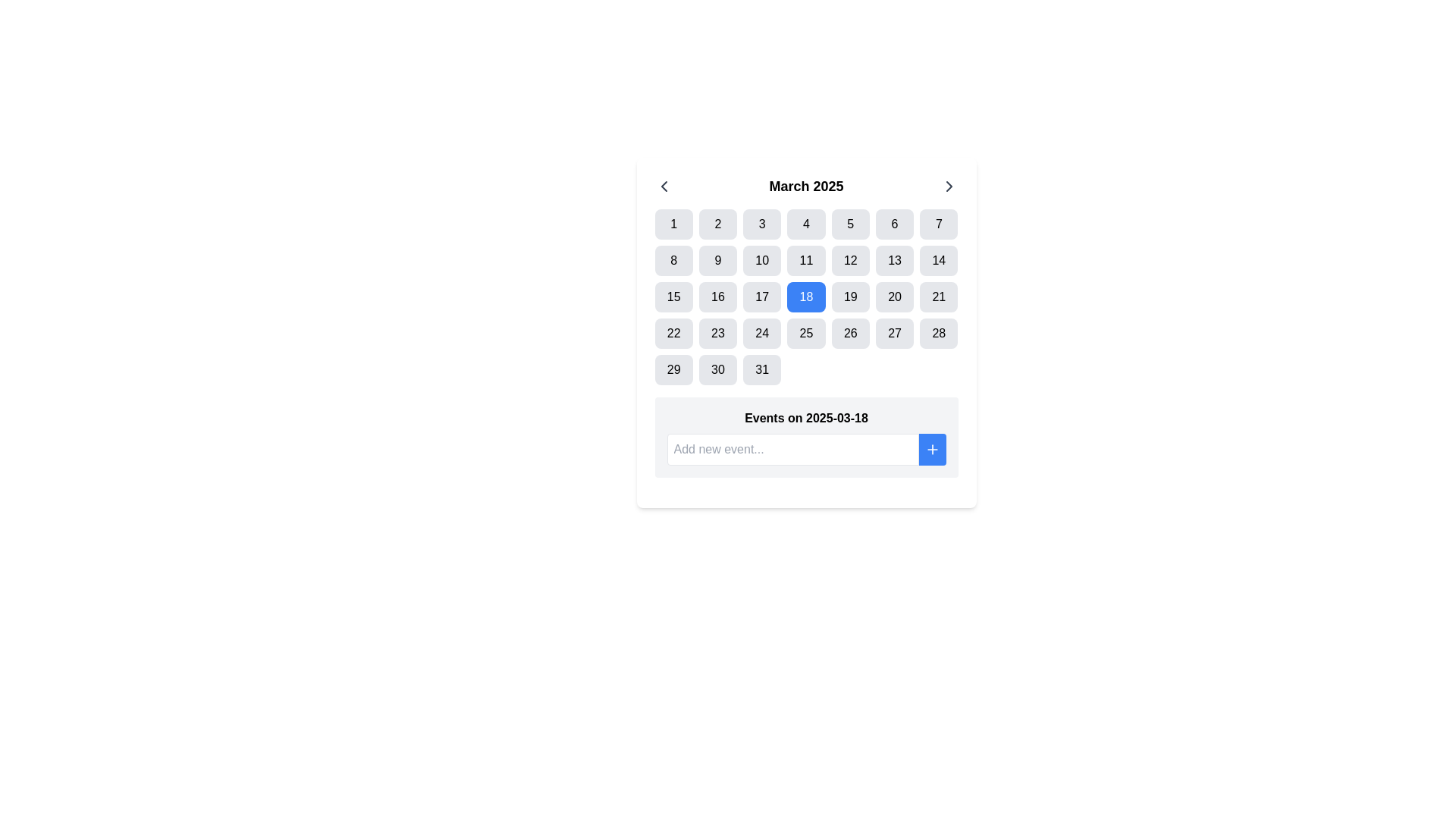  Describe the element at coordinates (938, 332) in the screenshot. I see `the light gray rounded square button labeled '28', which is the last button` at that location.